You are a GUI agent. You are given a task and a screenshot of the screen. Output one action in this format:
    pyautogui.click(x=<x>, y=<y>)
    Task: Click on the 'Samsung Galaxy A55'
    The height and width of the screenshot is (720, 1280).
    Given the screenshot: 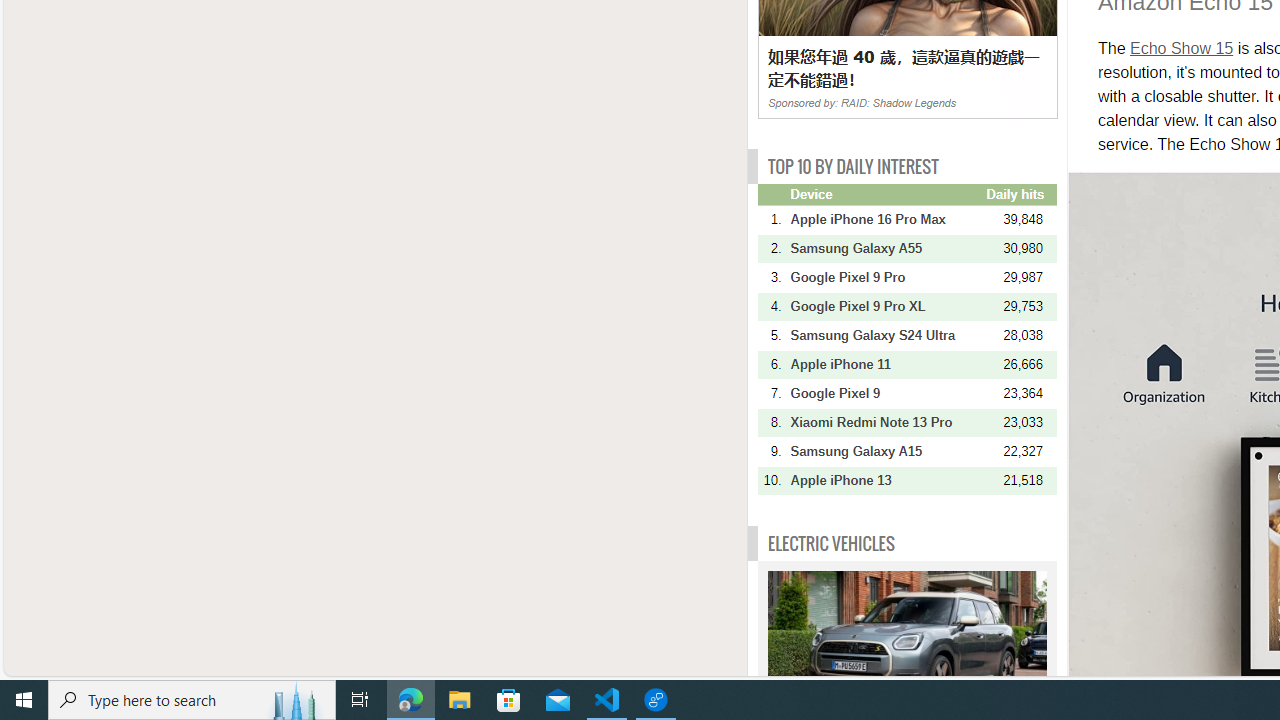 What is the action you would take?
    pyautogui.click(x=885, y=247)
    